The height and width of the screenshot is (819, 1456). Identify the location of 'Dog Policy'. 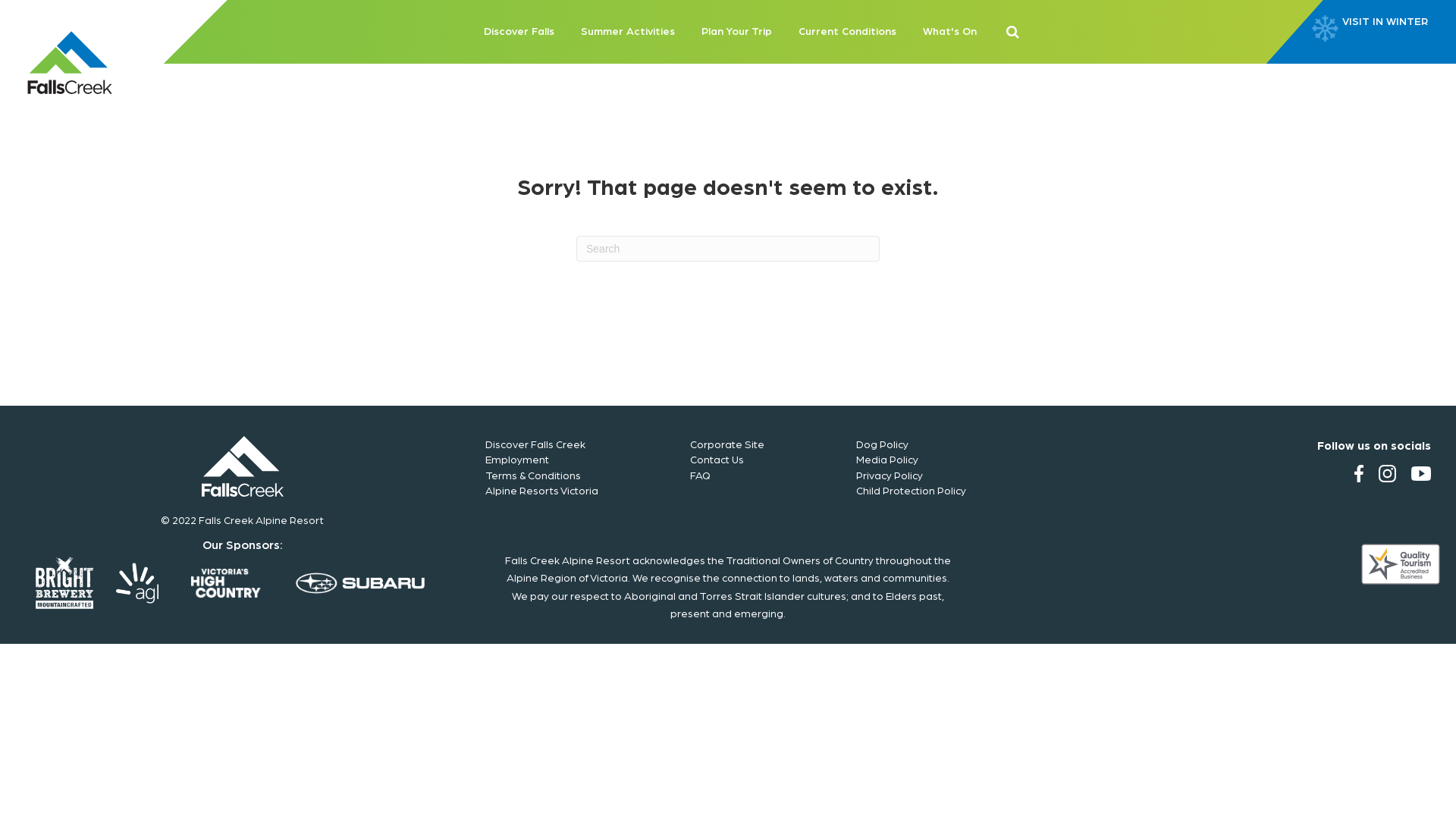
(882, 444).